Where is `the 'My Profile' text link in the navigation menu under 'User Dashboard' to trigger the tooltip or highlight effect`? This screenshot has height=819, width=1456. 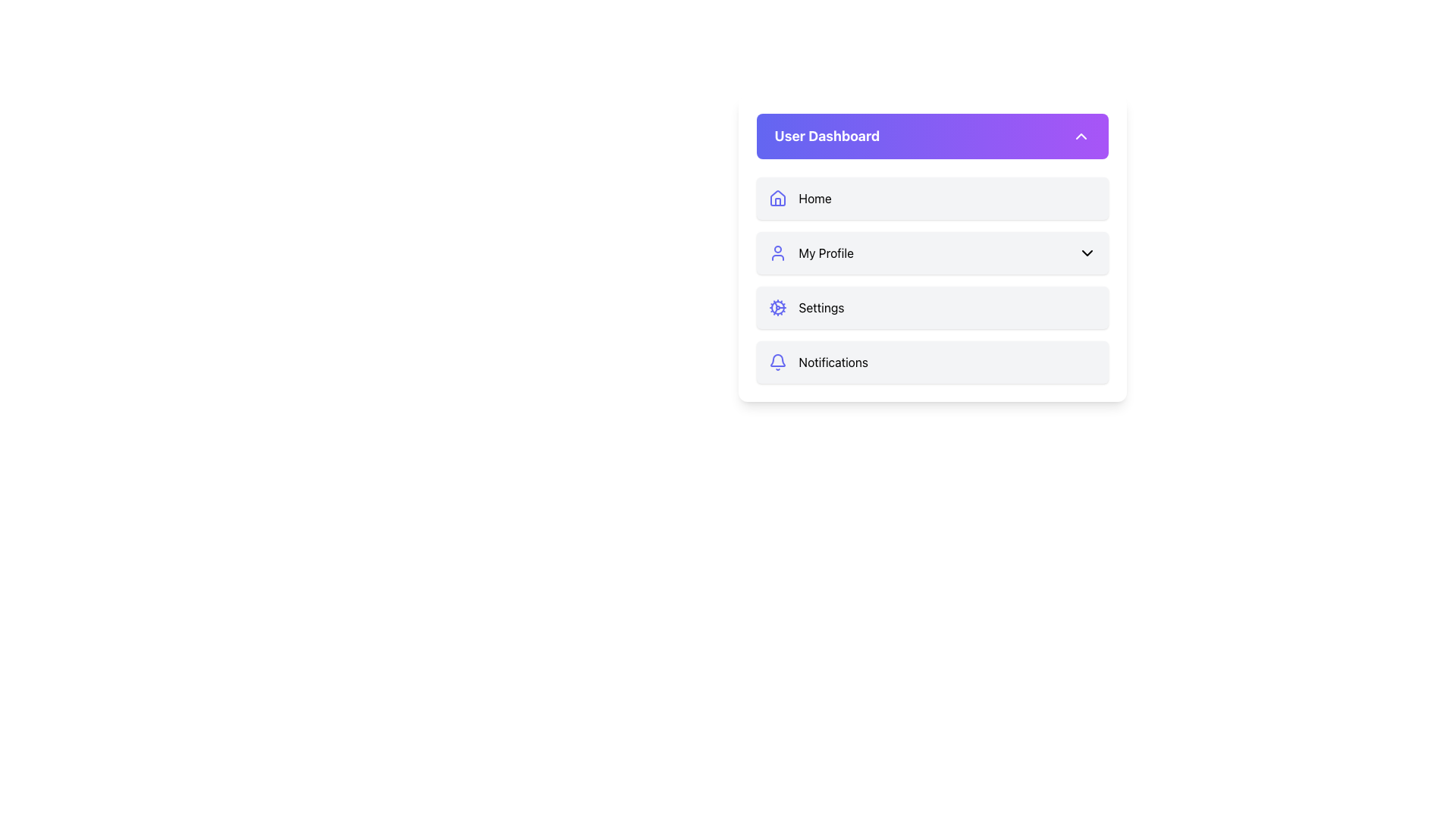
the 'My Profile' text link in the navigation menu under 'User Dashboard' to trigger the tooltip or highlight effect is located at coordinates (825, 253).